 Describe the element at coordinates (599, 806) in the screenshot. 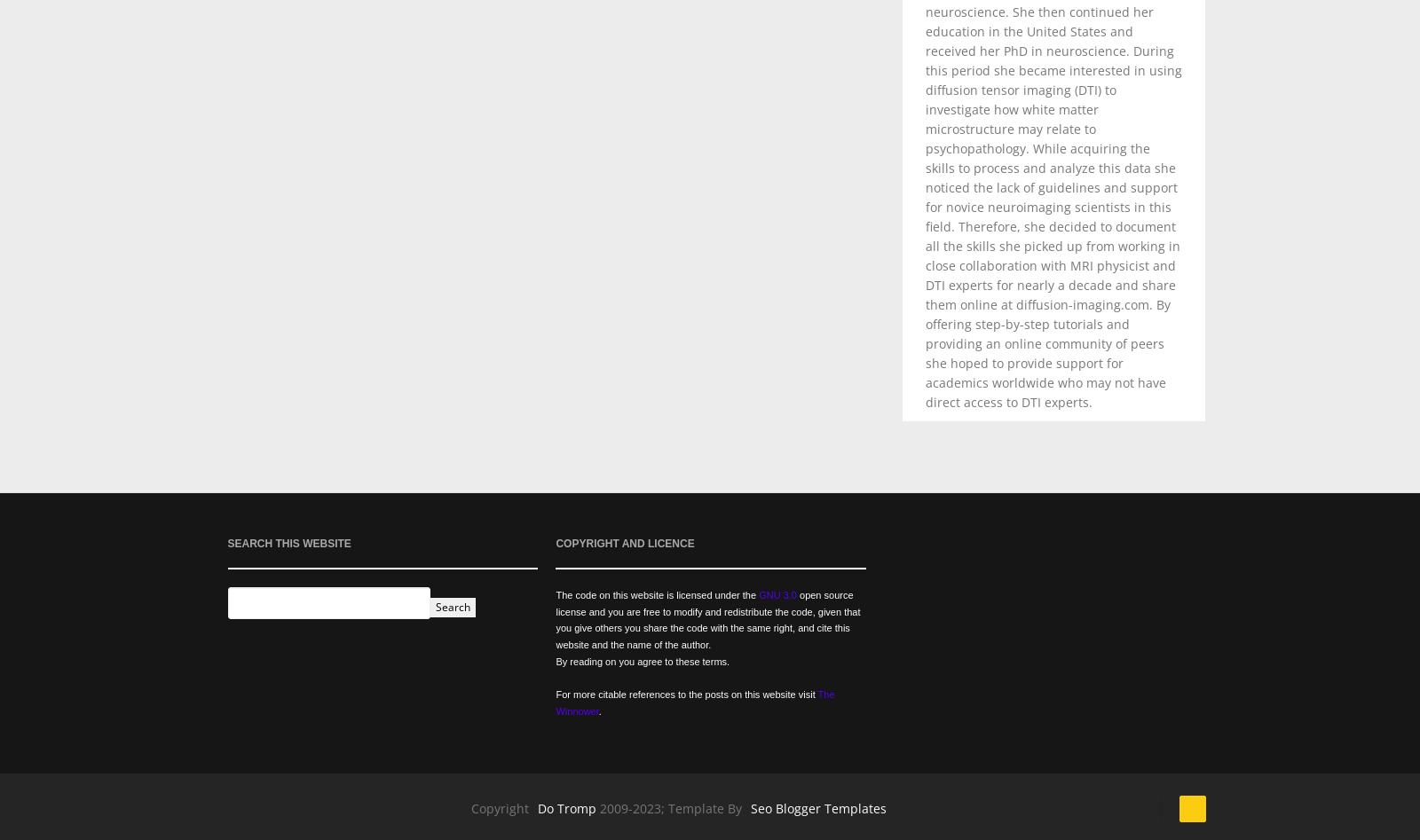

I see `'2009-2023; Template By'` at that location.